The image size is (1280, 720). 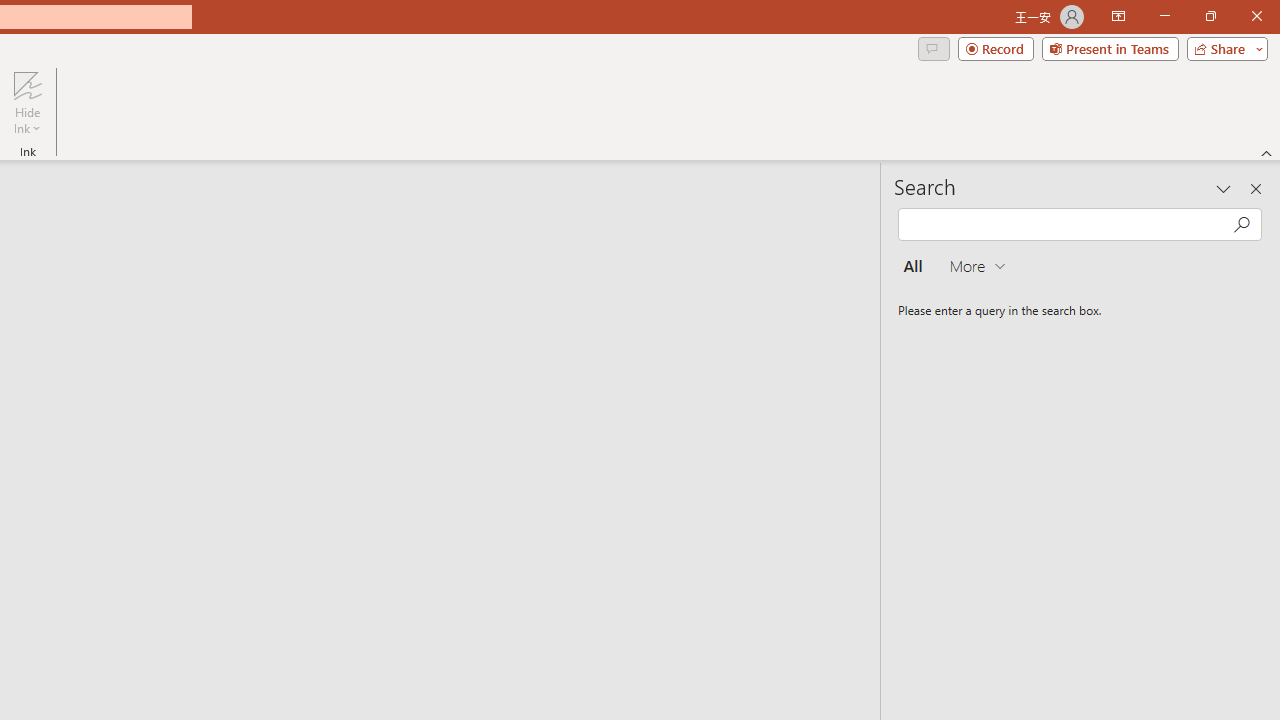 I want to click on 'Minimize', so click(x=1164, y=16).